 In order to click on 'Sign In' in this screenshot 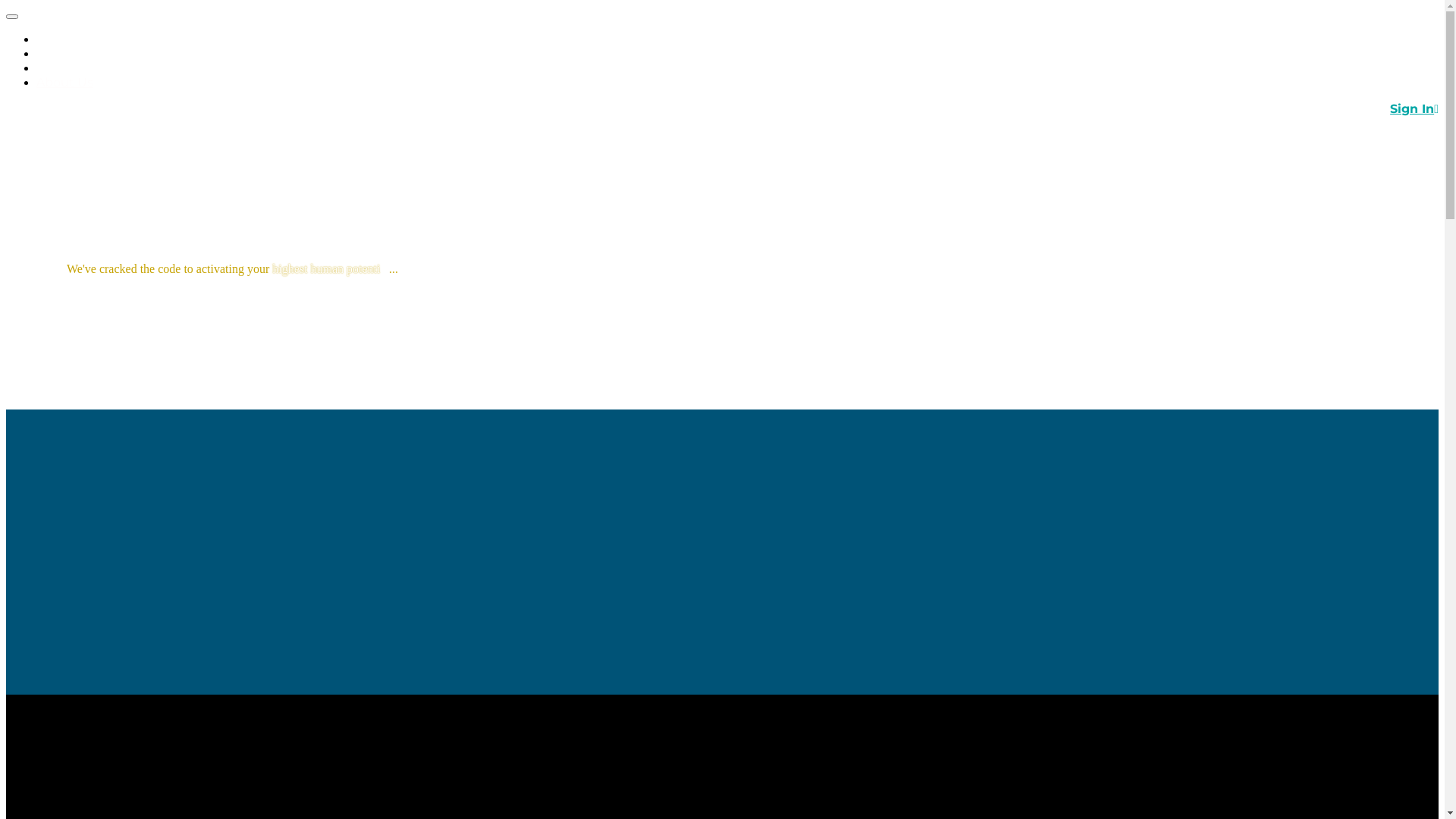, I will do `click(1414, 108)`.